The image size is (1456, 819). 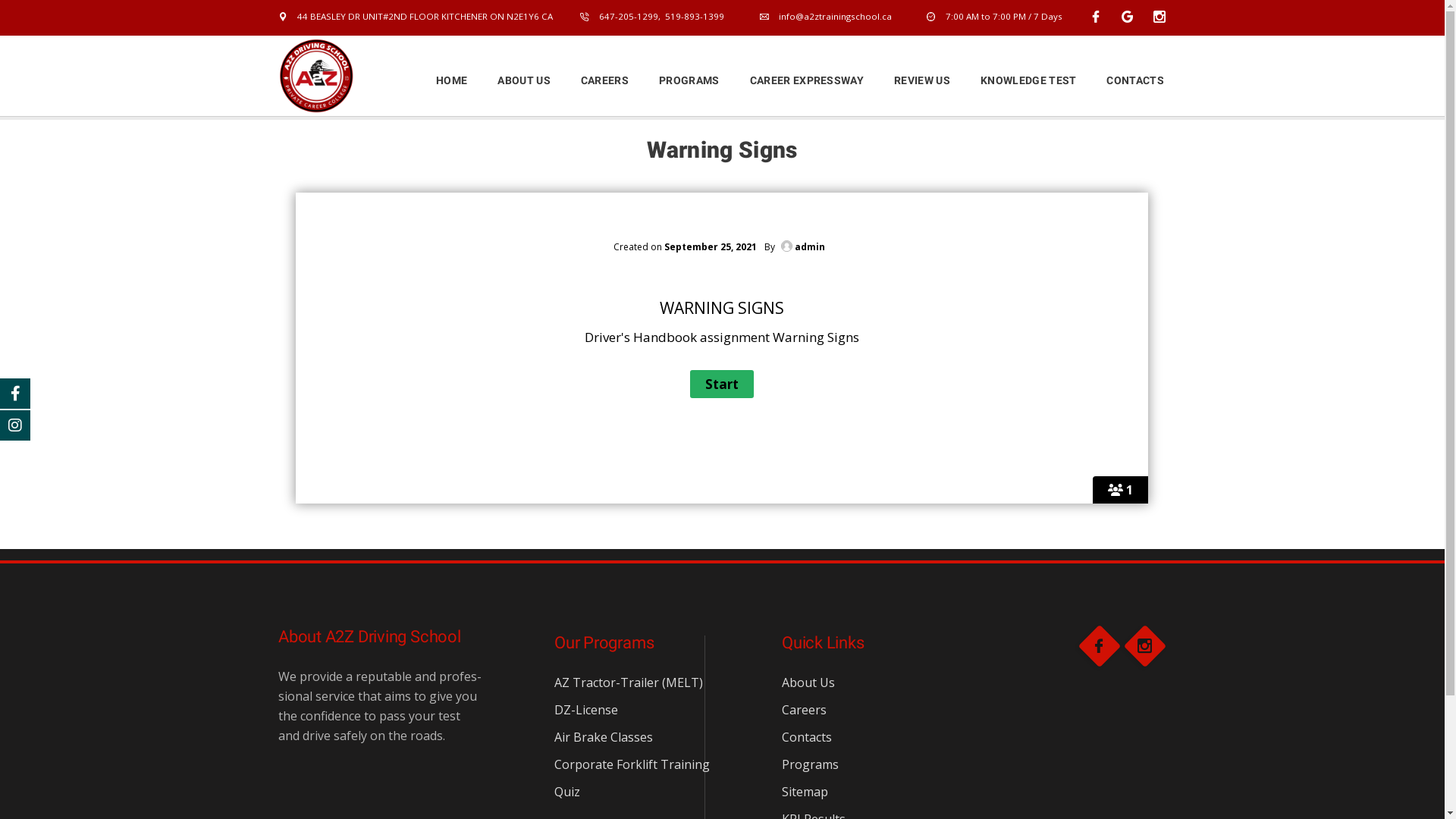 I want to click on 'info@a2ztrainingschool.ca', so click(x=825, y=16).